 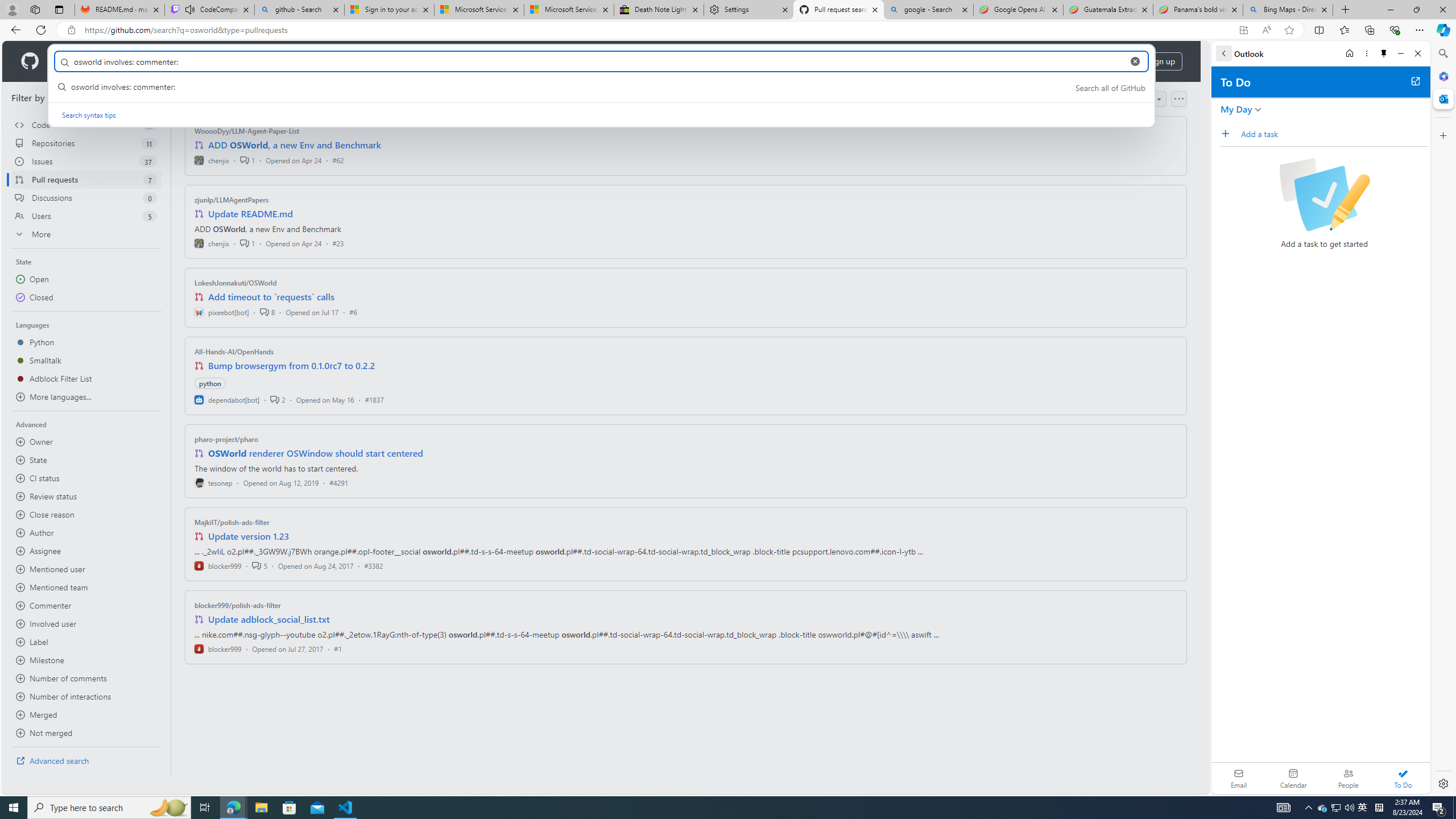 What do you see at coordinates (190, 9) in the screenshot?
I see `'Mute tab'` at bounding box center [190, 9].